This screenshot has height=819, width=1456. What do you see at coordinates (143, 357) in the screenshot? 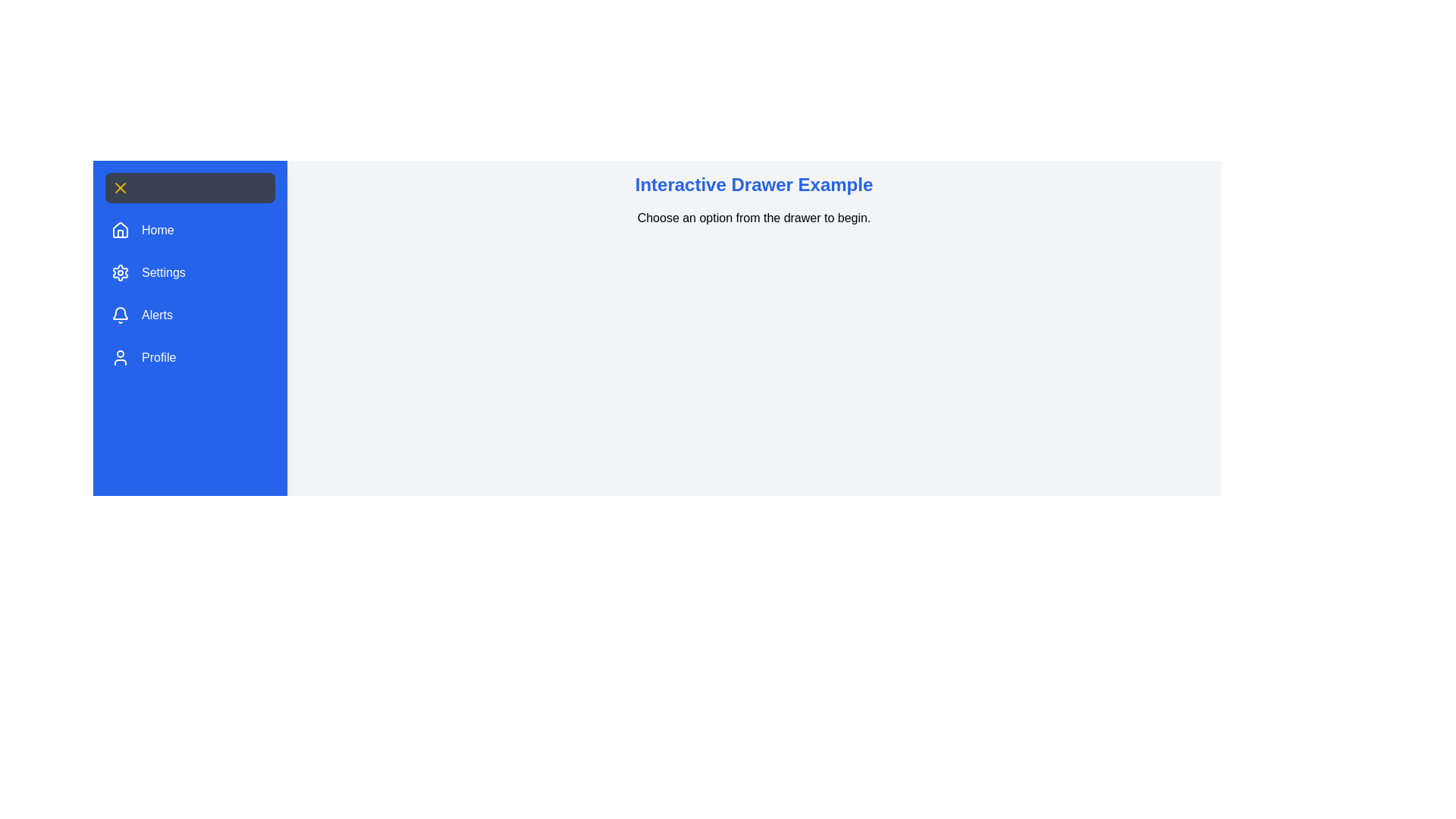
I see `the 'Profile' button in the drawer` at bounding box center [143, 357].